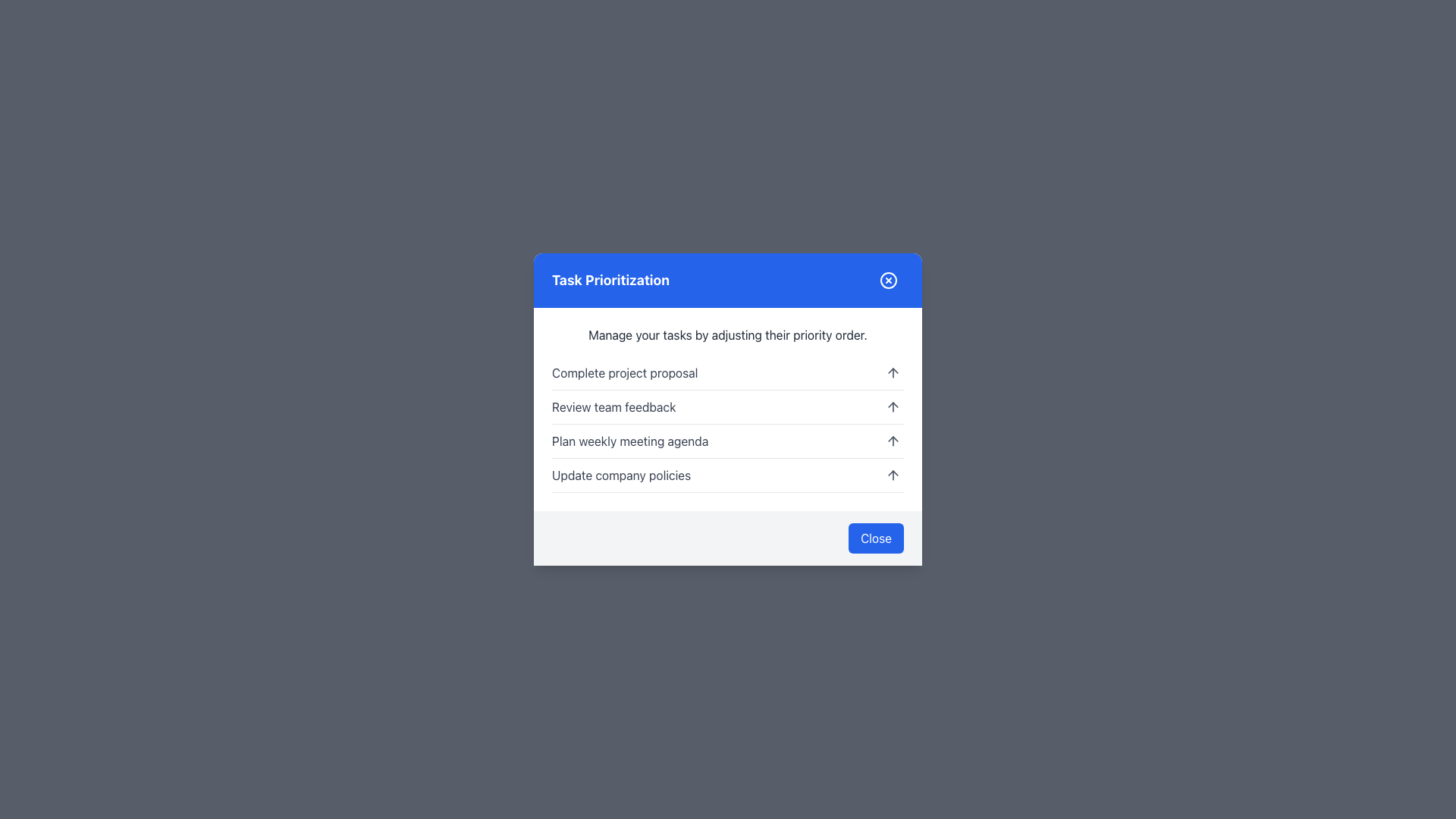 The height and width of the screenshot is (819, 1456). What do you see at coordinates (613, 406) in the screenshot?
I see `the second text label in the 'Task Prioritization' modal, which displays a task name in the task prioritization list` at bounding box center [613, 406].